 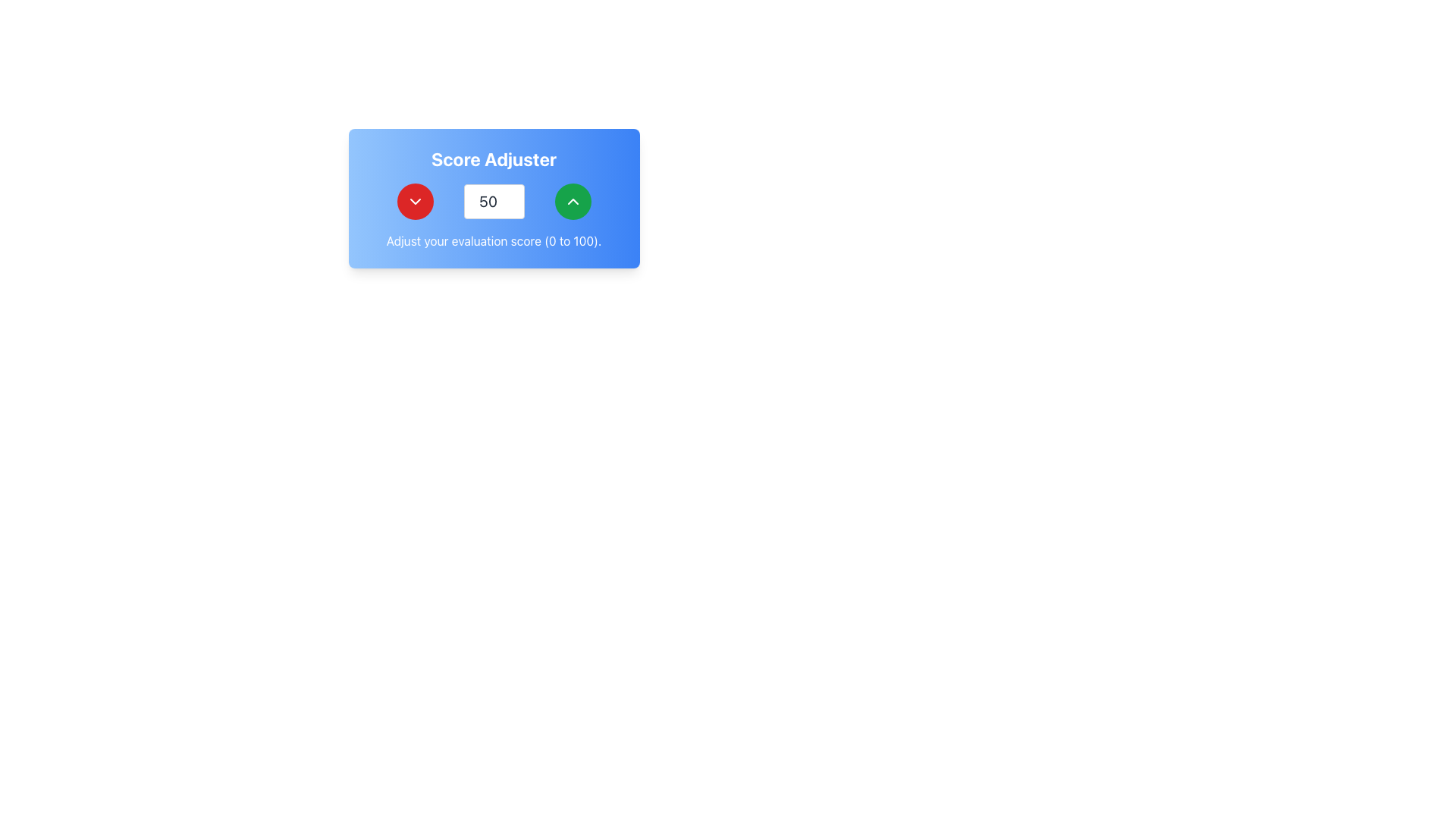 I want to click on the green upward arrow button located on the far right of the Score Adjuster box, so click(x=572, y=201).